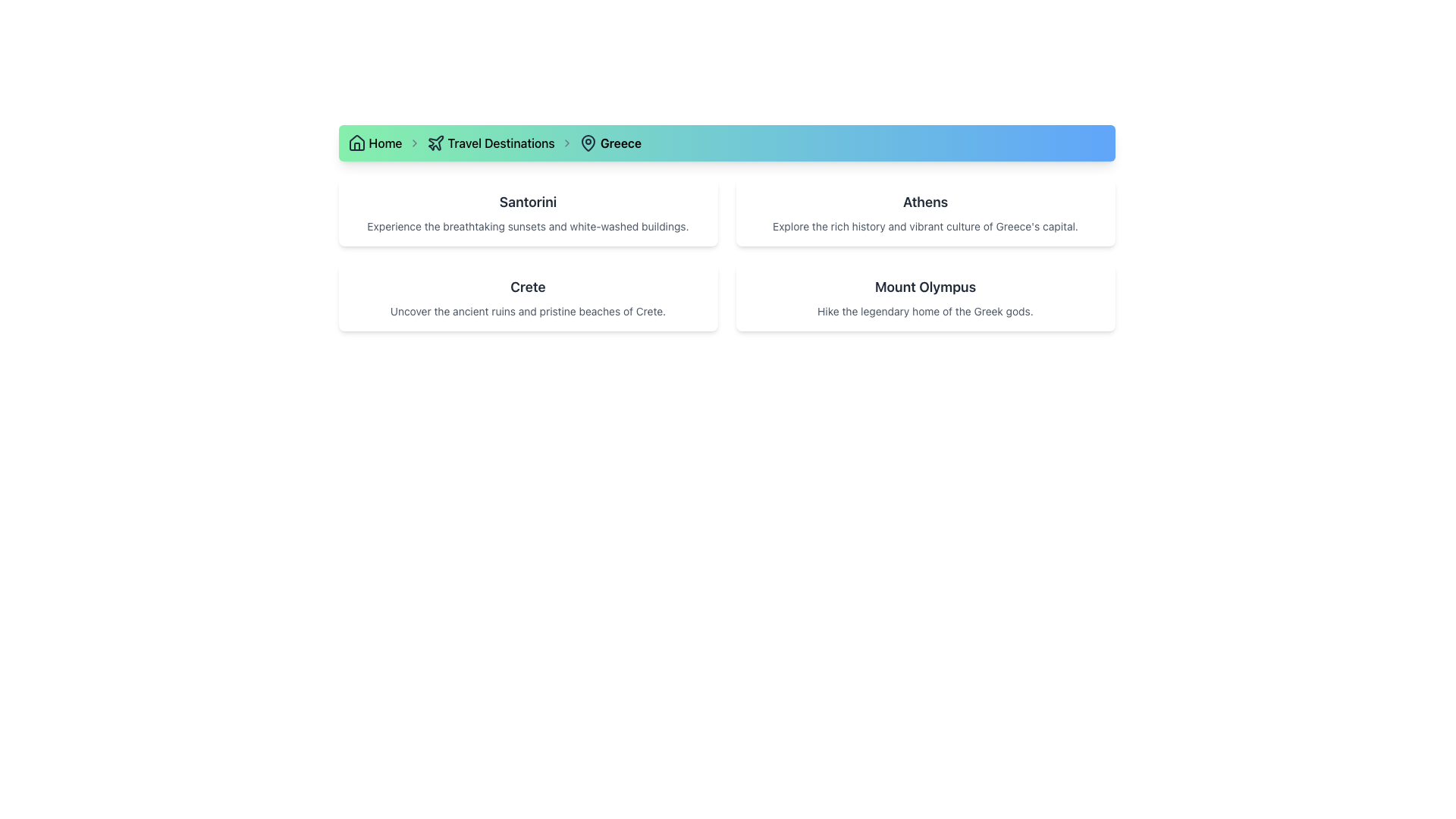  Describe the element at coordinates (356, 143) in the screenshot. I see `the house icon in the breadcrumb navigation bar, which is displayed within a green rectangle` at that location.